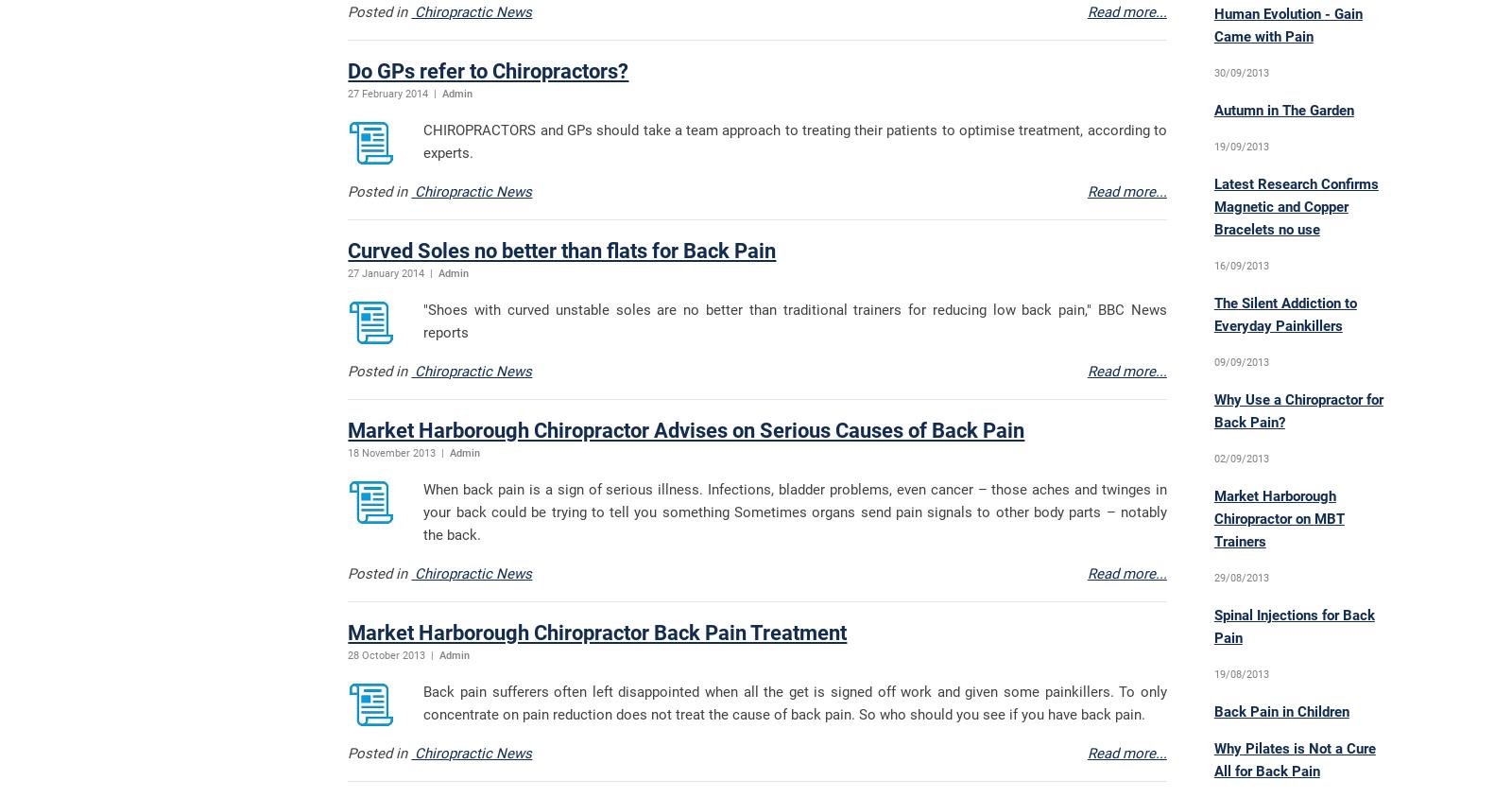  I want to click on 'Why Pilates is Not a Cure All for Back Pain', so click(1293, 759).